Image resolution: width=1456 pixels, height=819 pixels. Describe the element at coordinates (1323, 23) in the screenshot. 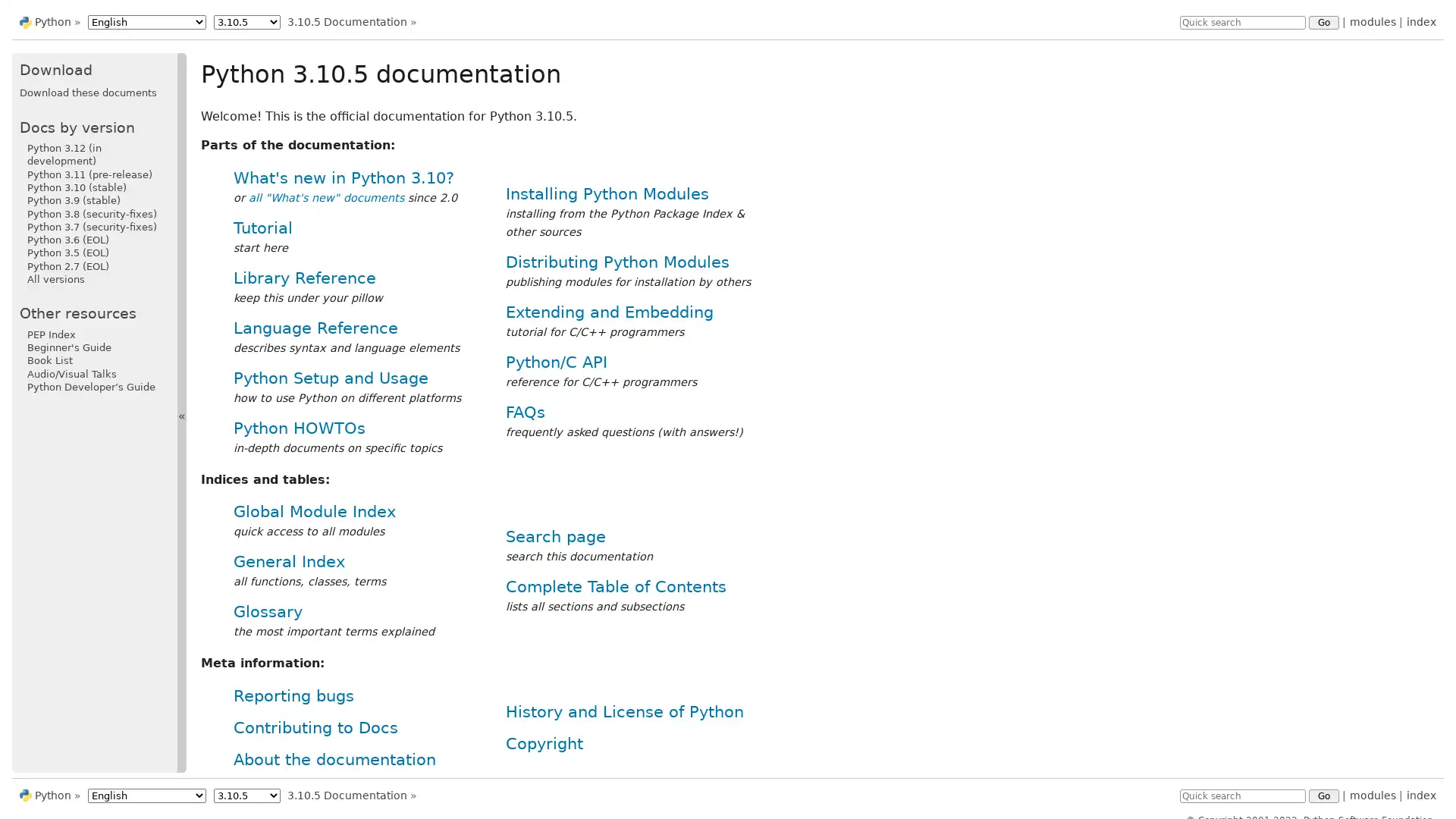

I see `Go` at that location.